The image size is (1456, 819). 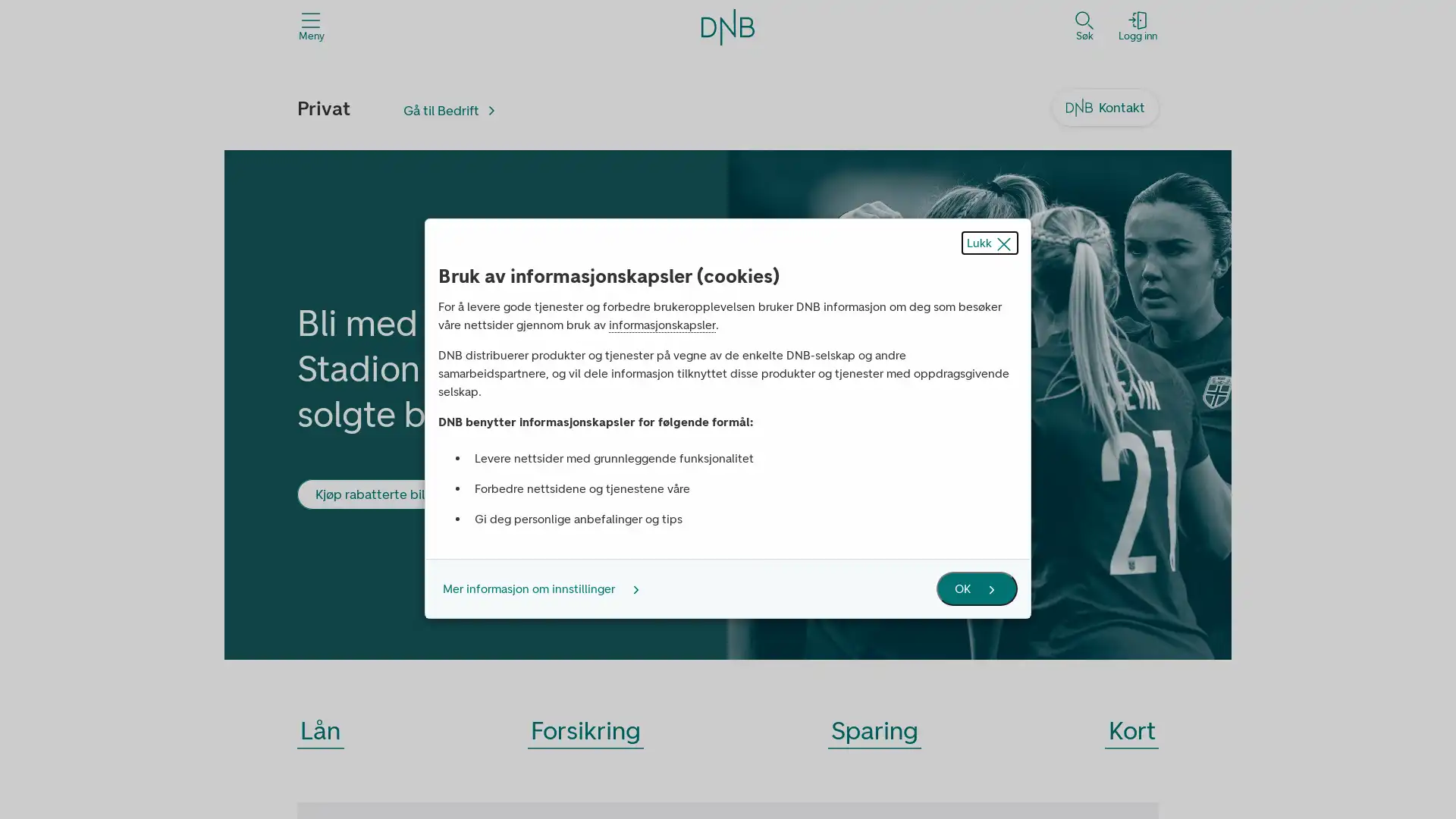 I want to click on OK, so click(x=977, y=587).